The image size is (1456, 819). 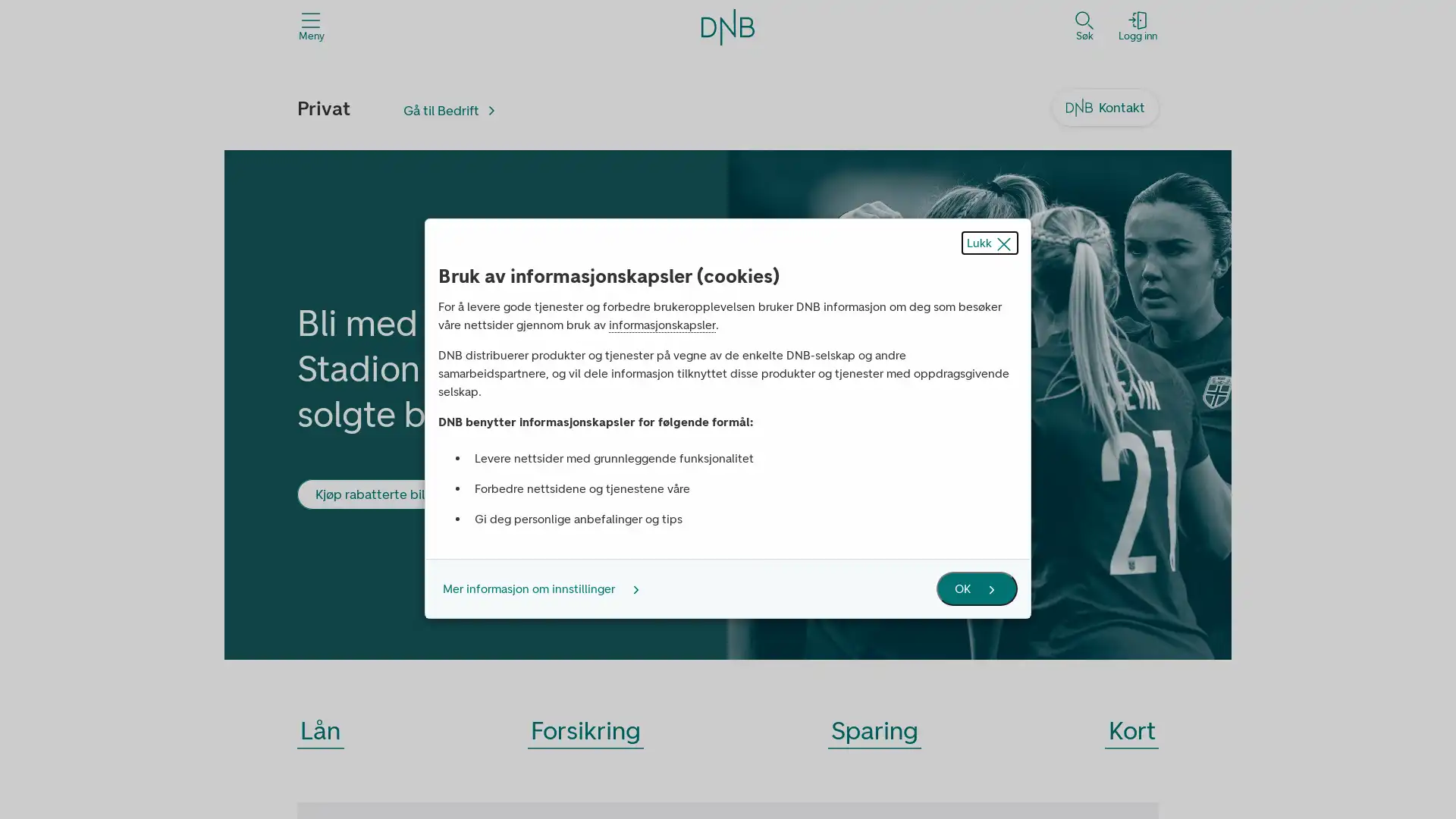 I want to click on OK, so click(x=977, y=587).